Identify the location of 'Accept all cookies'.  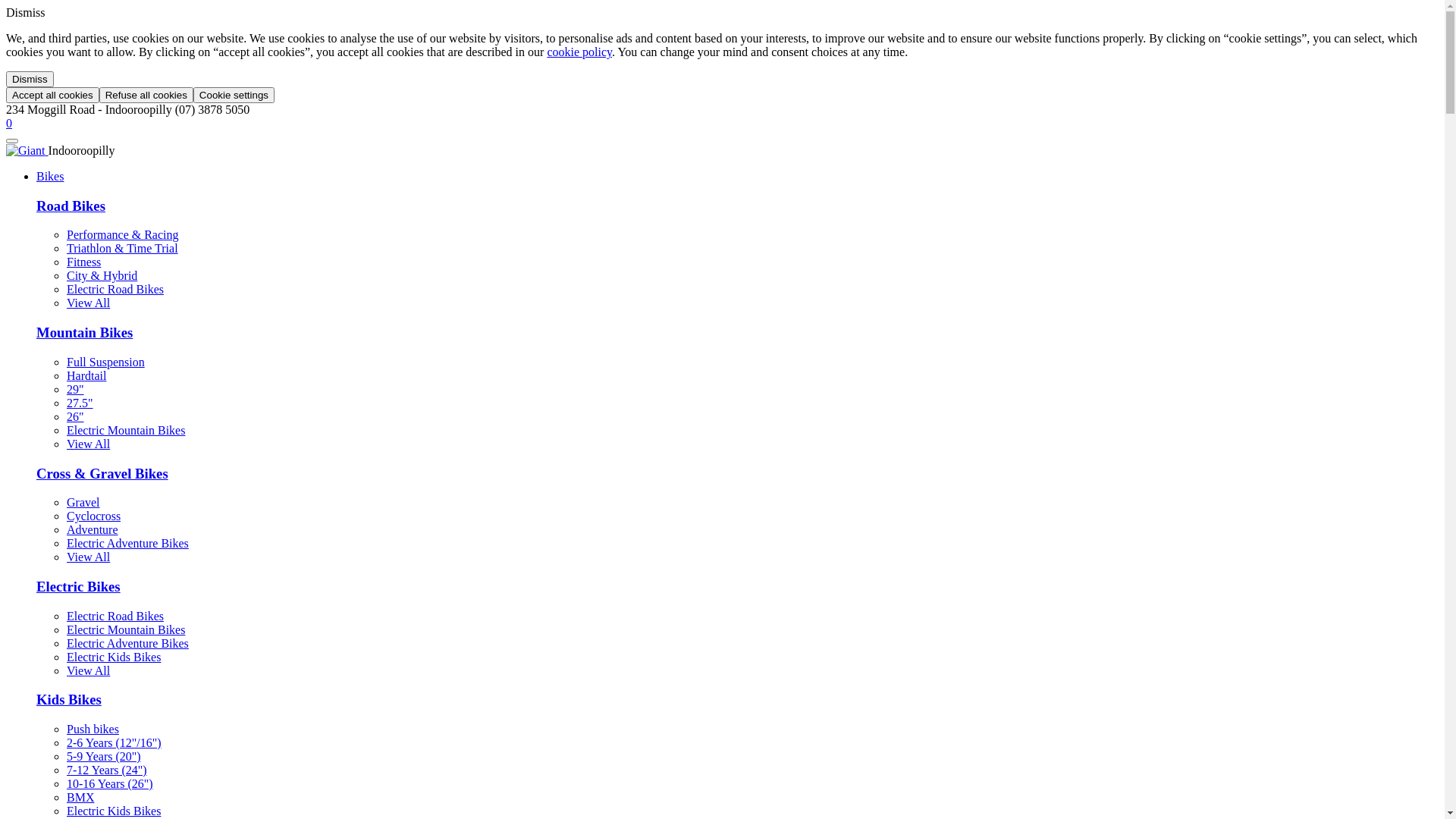
(52, 95).